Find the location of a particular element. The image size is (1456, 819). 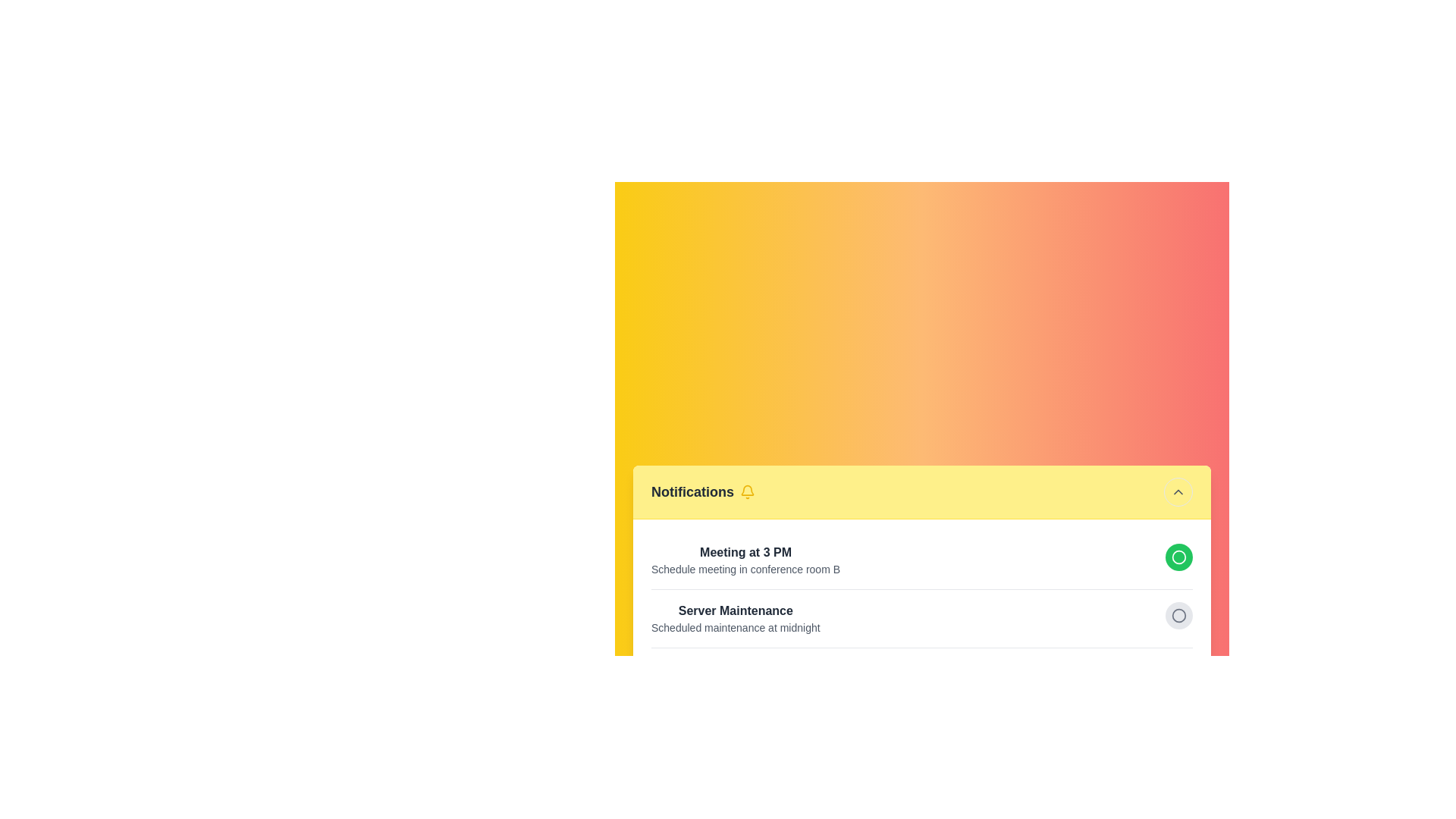

the circular button with a gray background and outline, located to the far right of the 'Server Maintenance' notification is located at coordinates (1178, 614).